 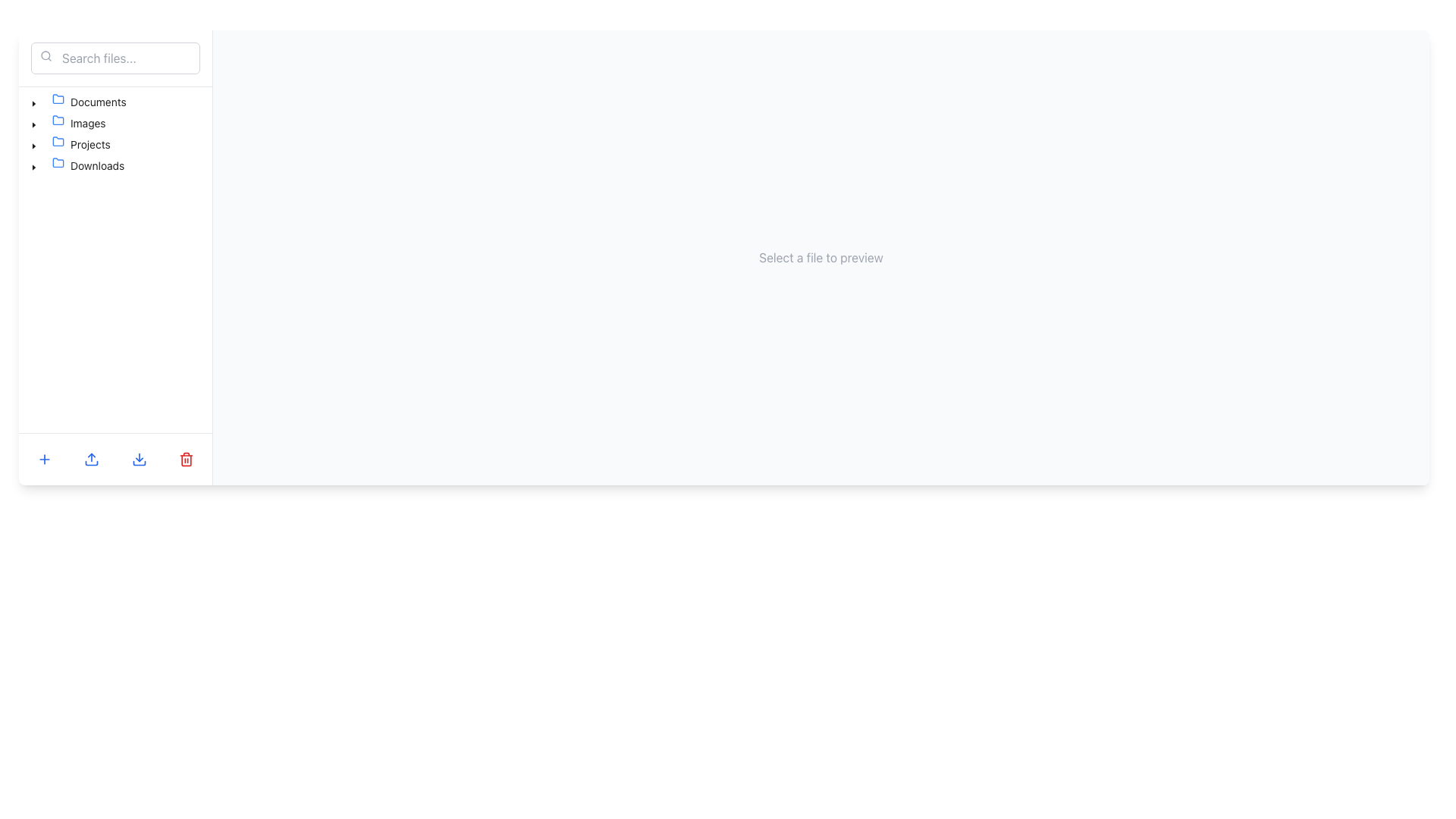 I want to click on to select the 'Downloads' folder item, which is represented by a blue folder icon and the text label 'Downloads' in the vertical navigation panel on the left side of the interface, so click(x=87, y=166).